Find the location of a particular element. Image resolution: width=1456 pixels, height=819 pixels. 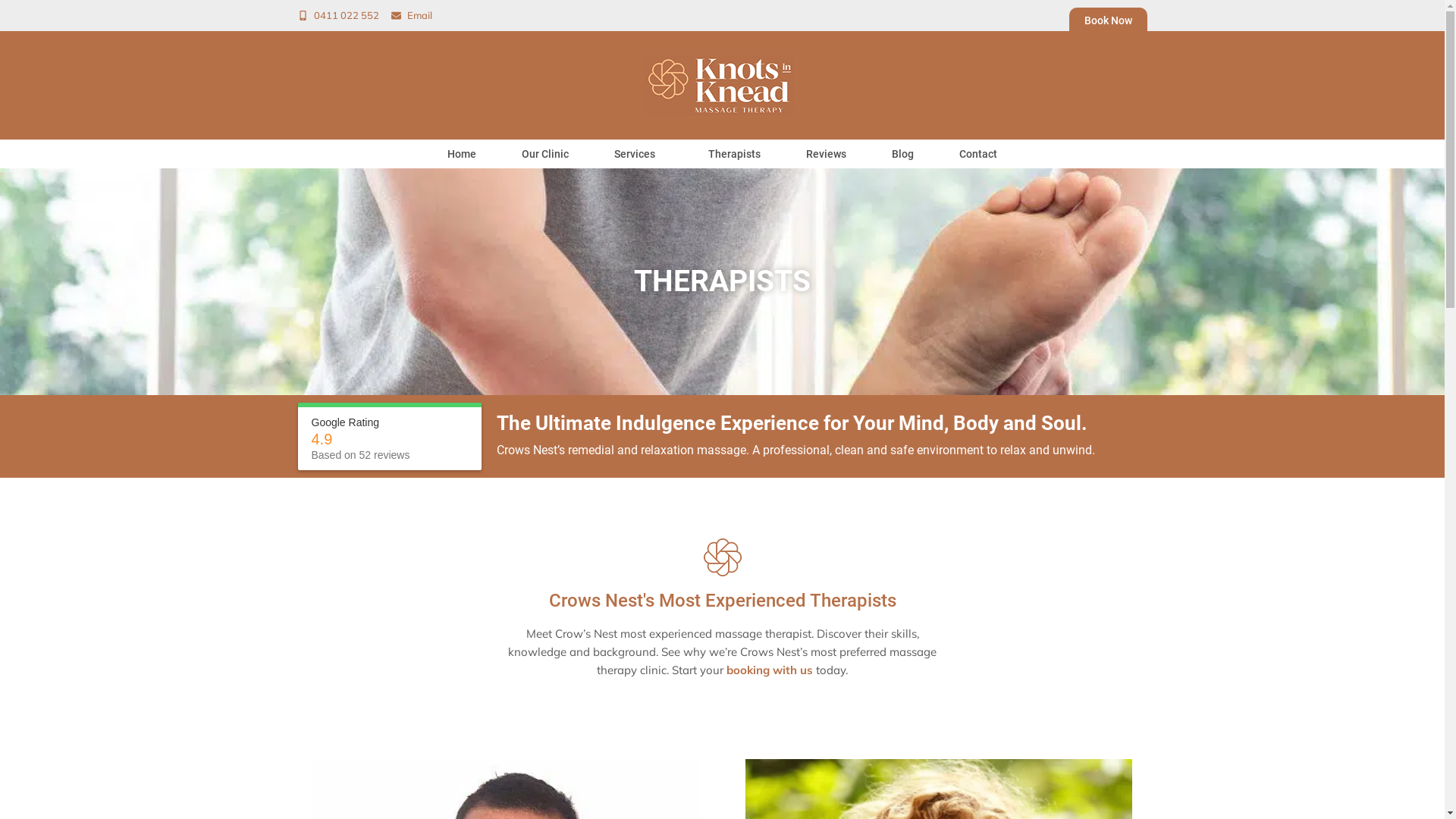

'Therapists' is located at coordinates (734, 154).